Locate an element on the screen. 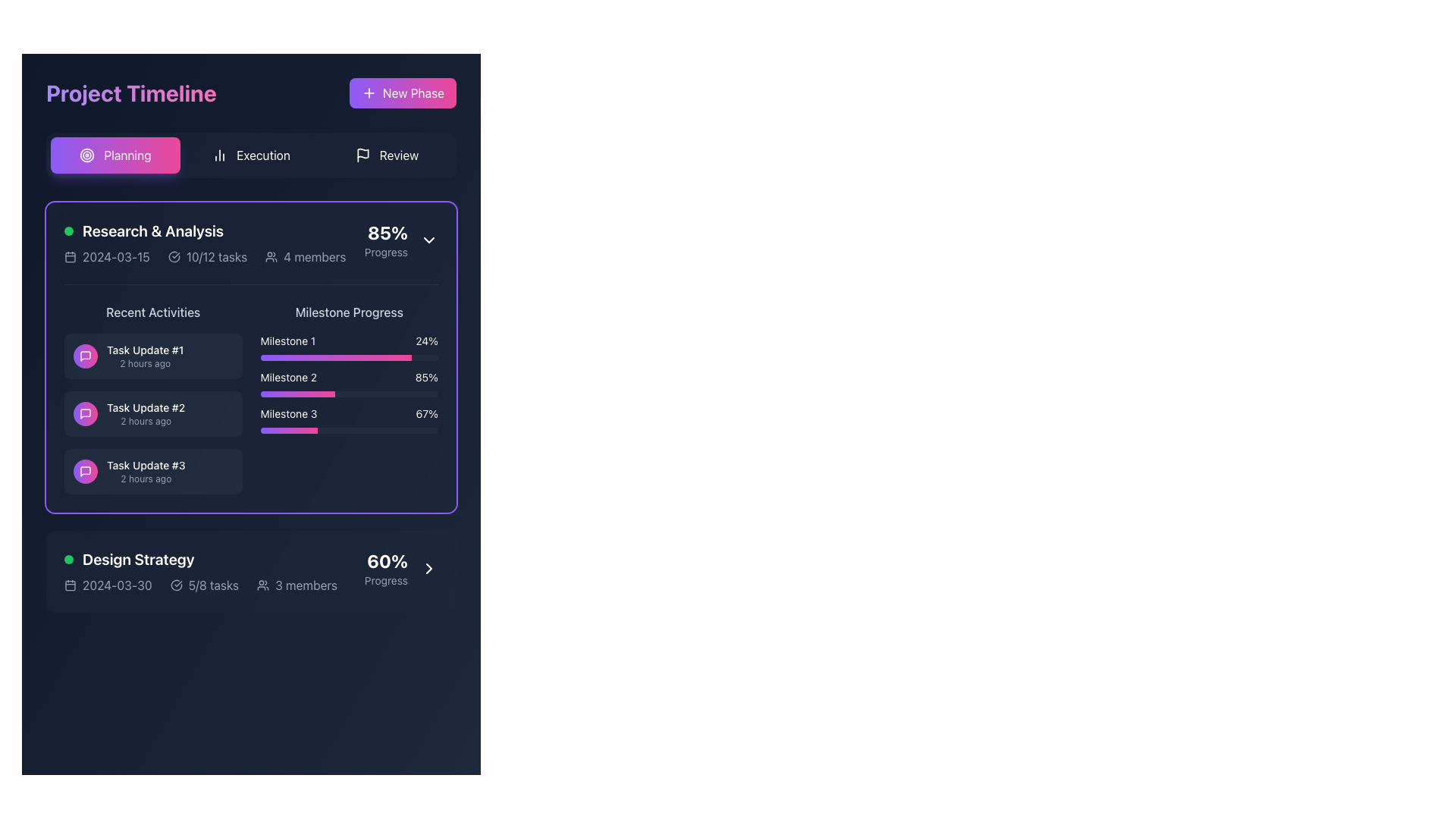  the 'Execution' button, which is the second button in a row of three is located at coordinates (251, 155).